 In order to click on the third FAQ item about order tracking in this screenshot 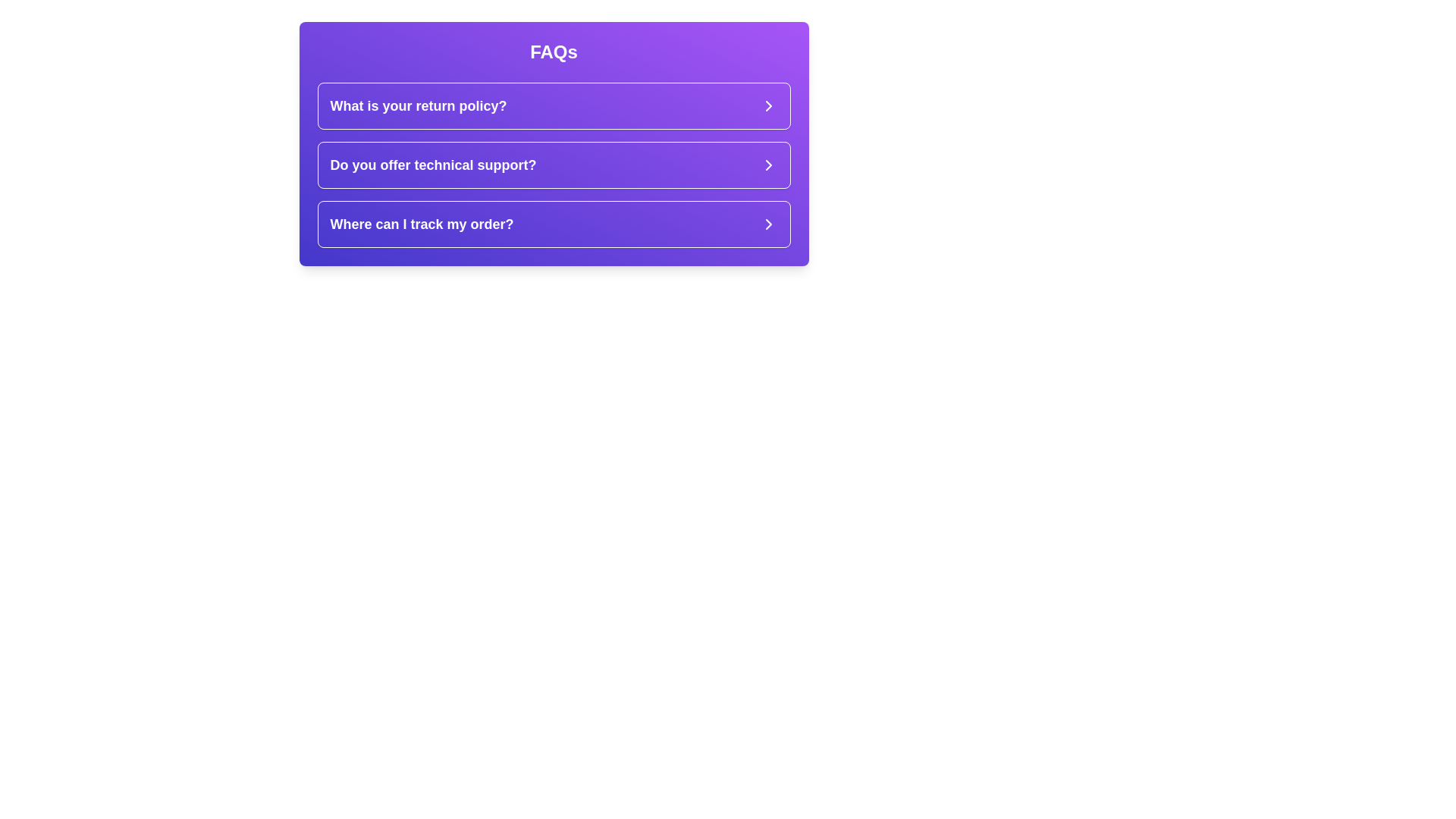, I will do `click(553, 224)`.